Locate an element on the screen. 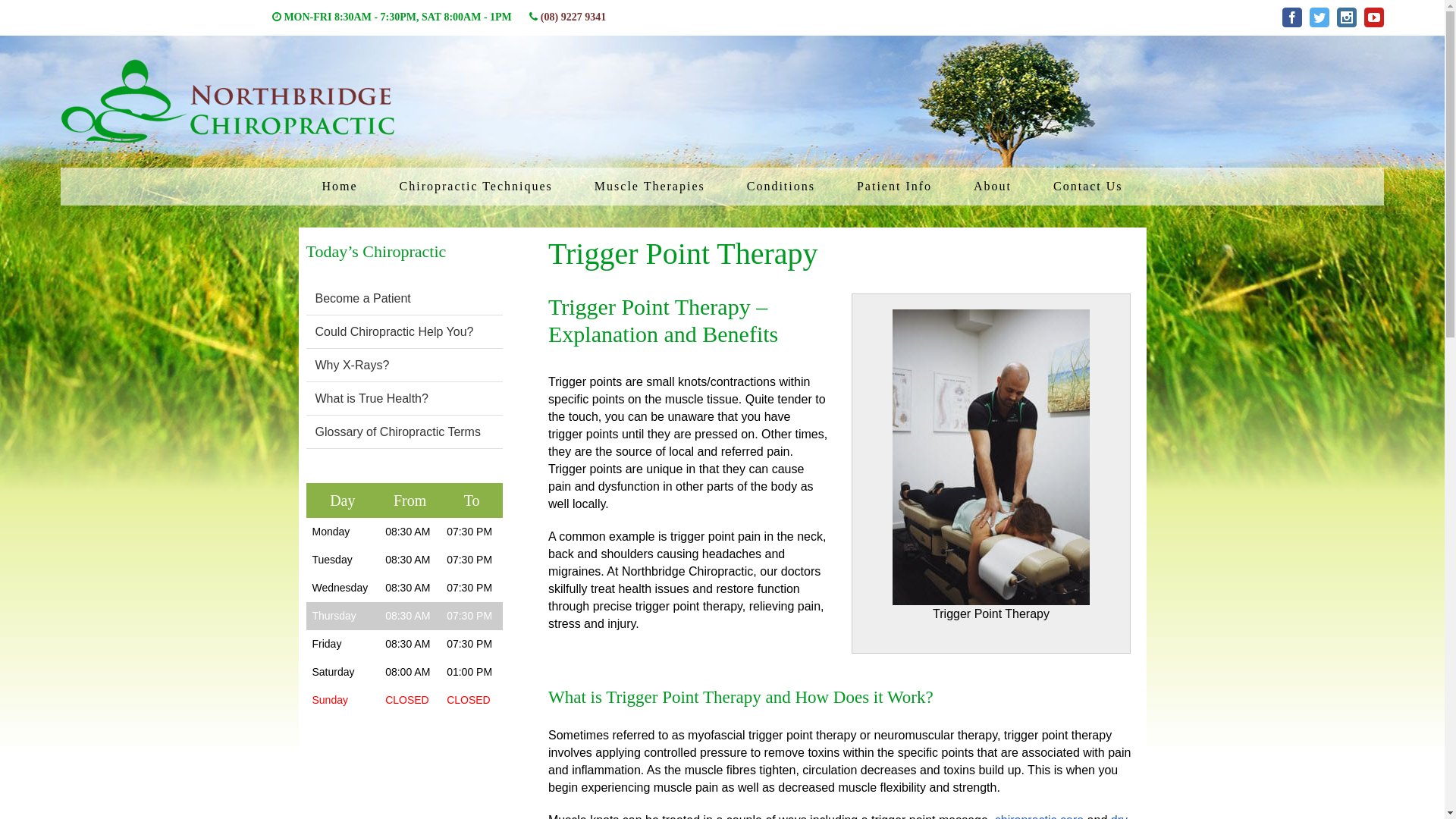  'Twitter' is located at coordinates (1318, 17).